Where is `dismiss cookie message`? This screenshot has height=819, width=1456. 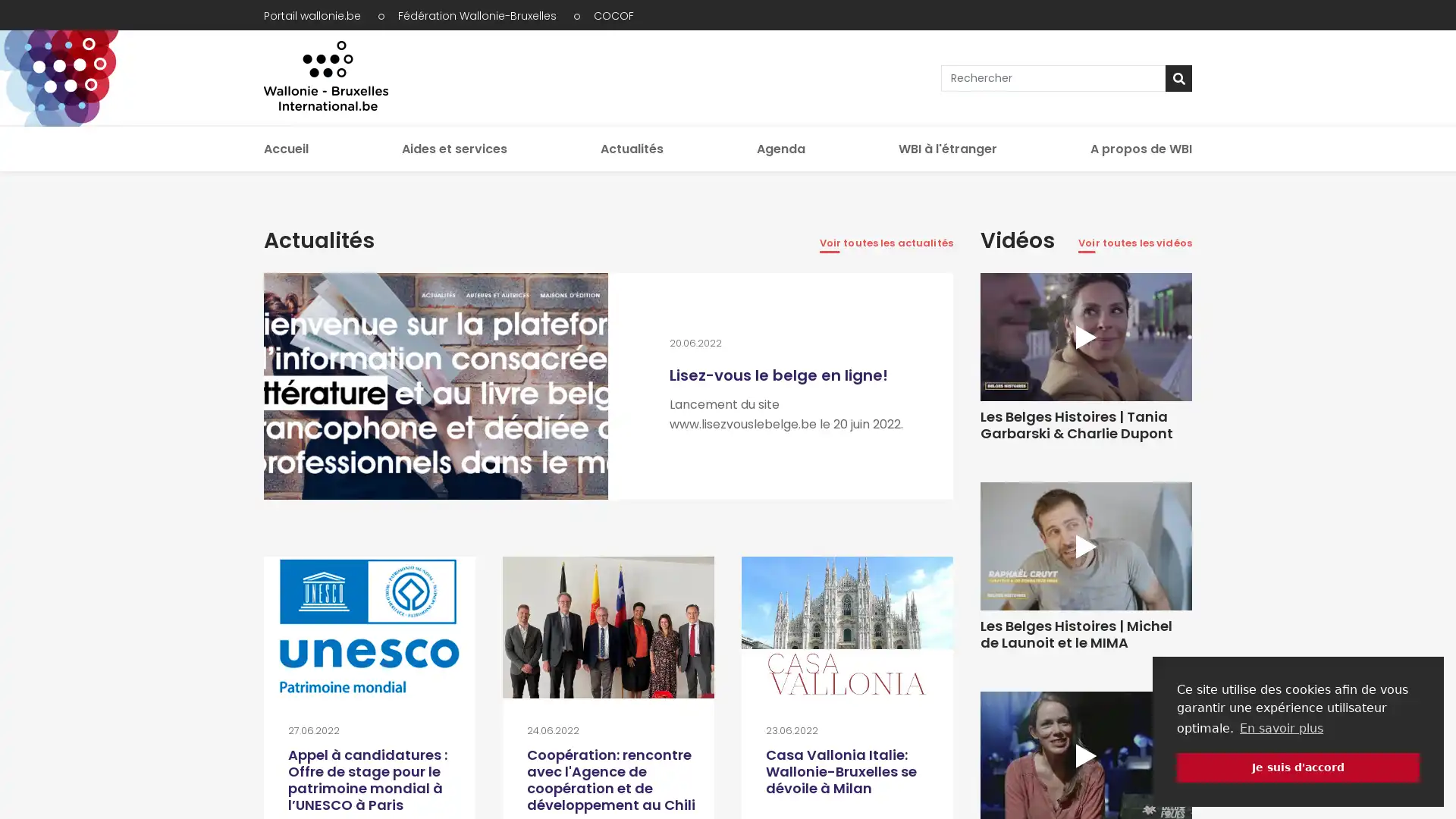
dismiss cookie message is located at coordinates (1298, 767).